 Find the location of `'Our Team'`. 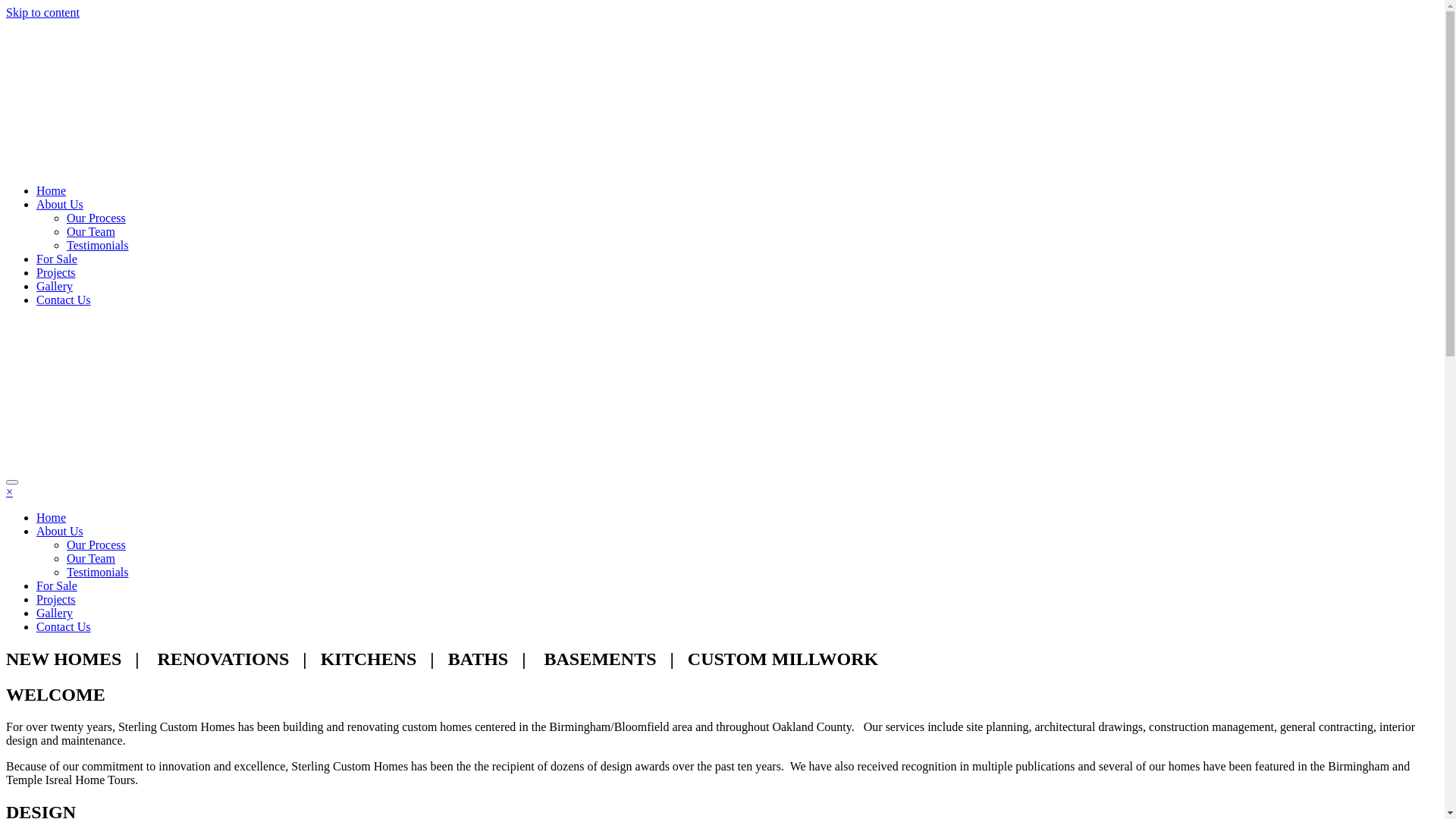

'Our Team' is located at coordinates (65, 558).